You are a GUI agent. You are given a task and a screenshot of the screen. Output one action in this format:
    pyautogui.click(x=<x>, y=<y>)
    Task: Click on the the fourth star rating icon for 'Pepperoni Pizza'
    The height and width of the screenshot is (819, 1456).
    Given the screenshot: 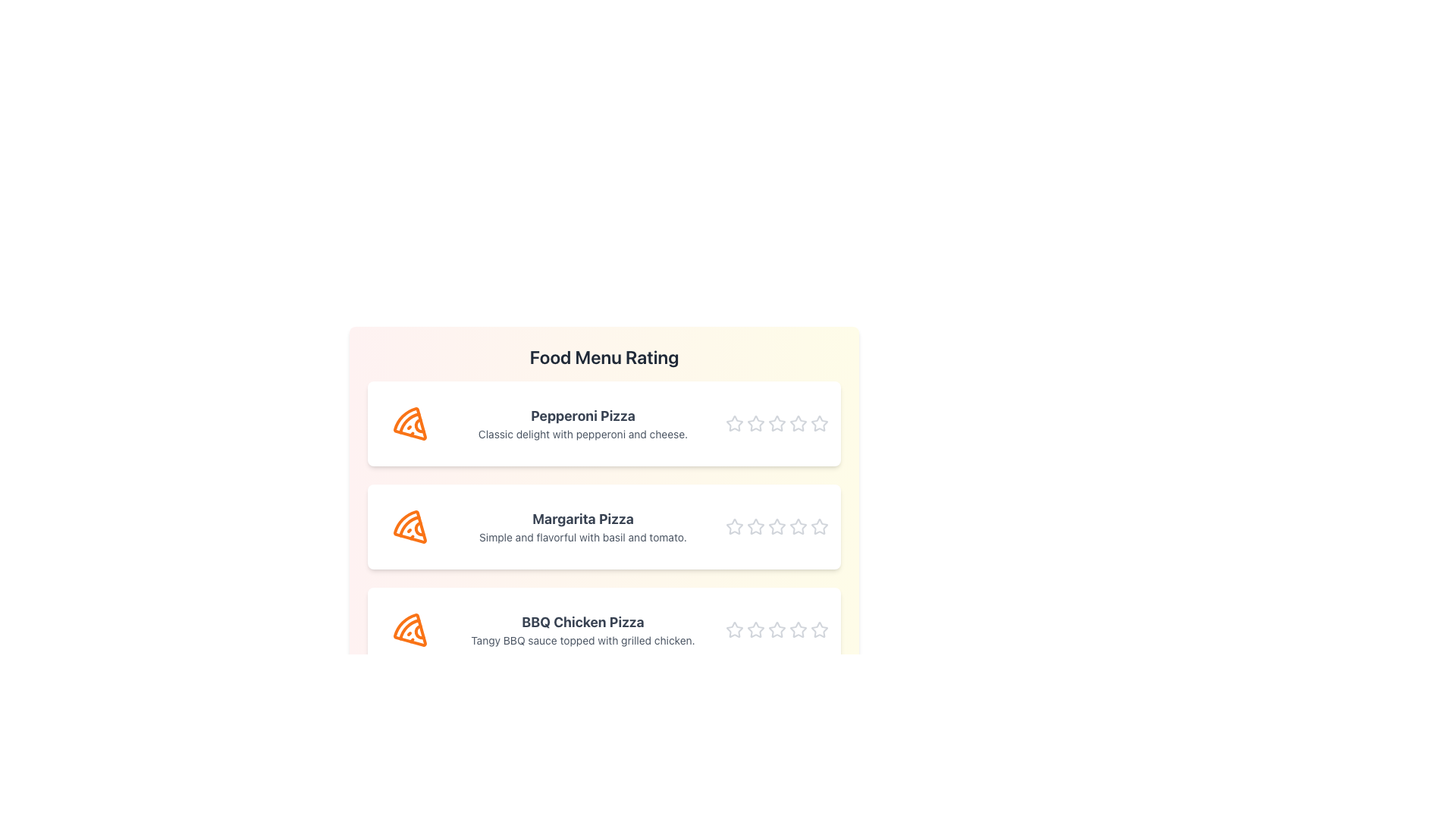 What is the action you would take?
    pyautogui.click(x=818, y=423)
    